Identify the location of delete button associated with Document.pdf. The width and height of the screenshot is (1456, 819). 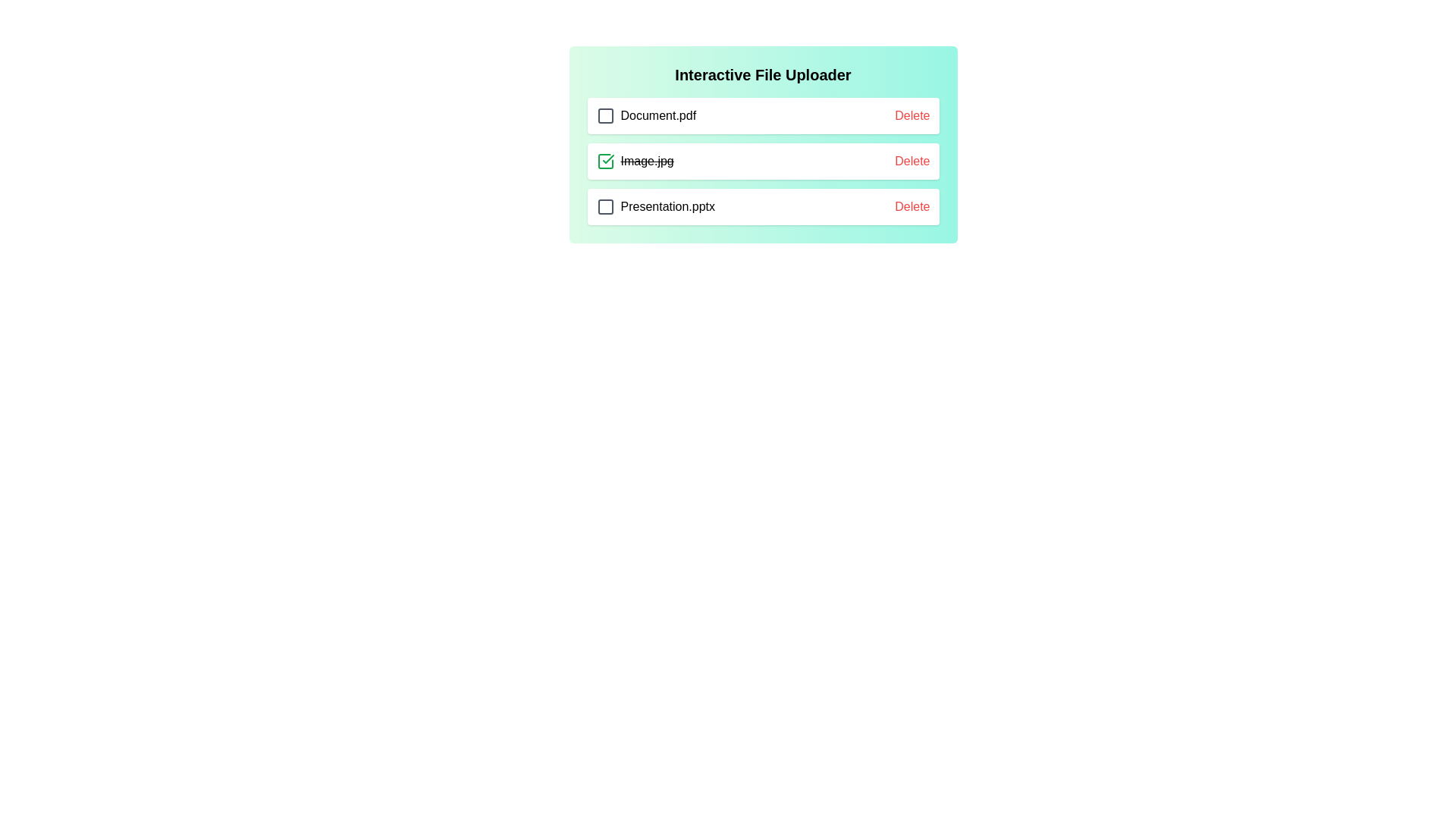
(912, 115).